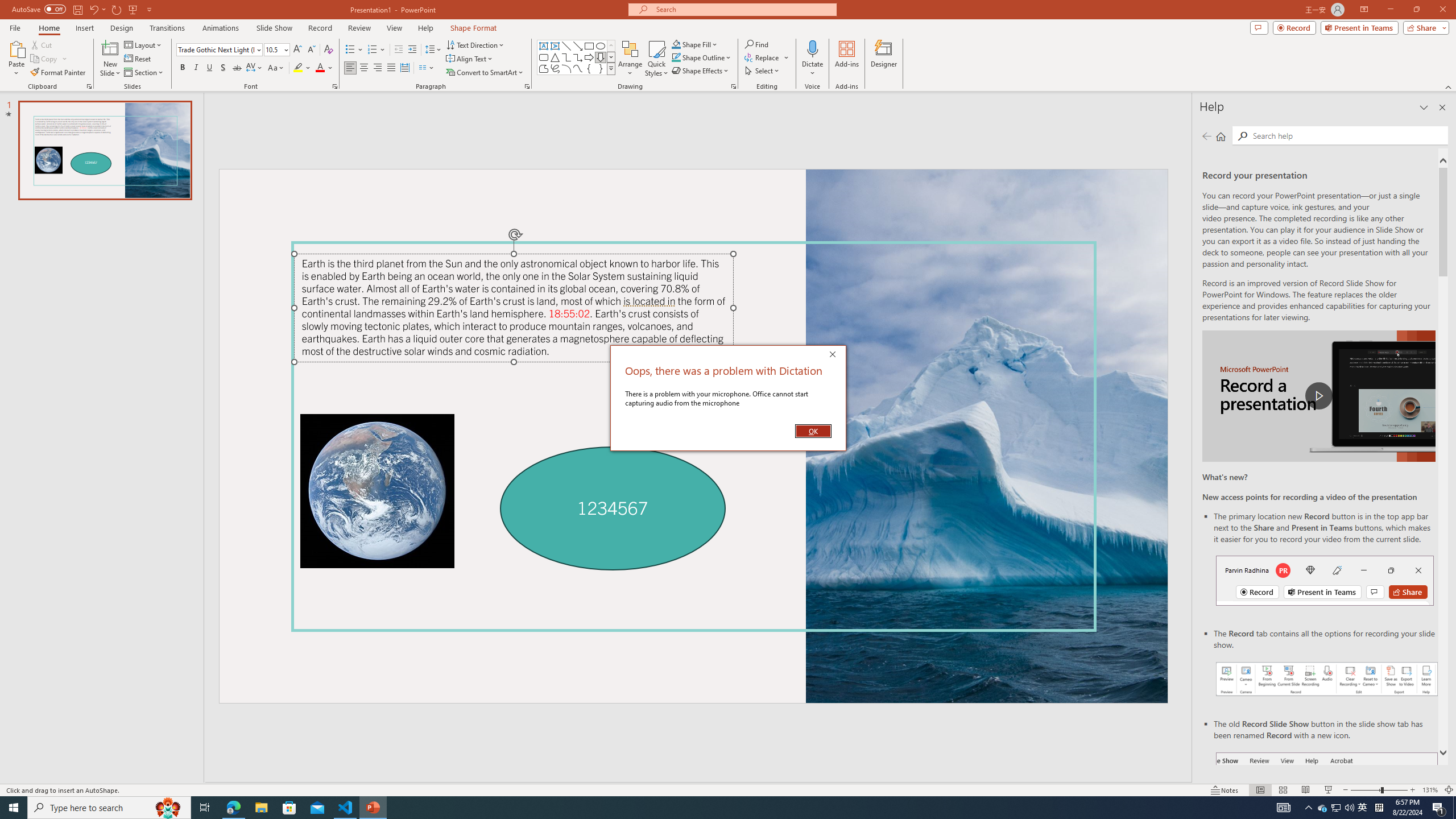  I want to click on 'Zoom to Fit ', so click(1449, 790).